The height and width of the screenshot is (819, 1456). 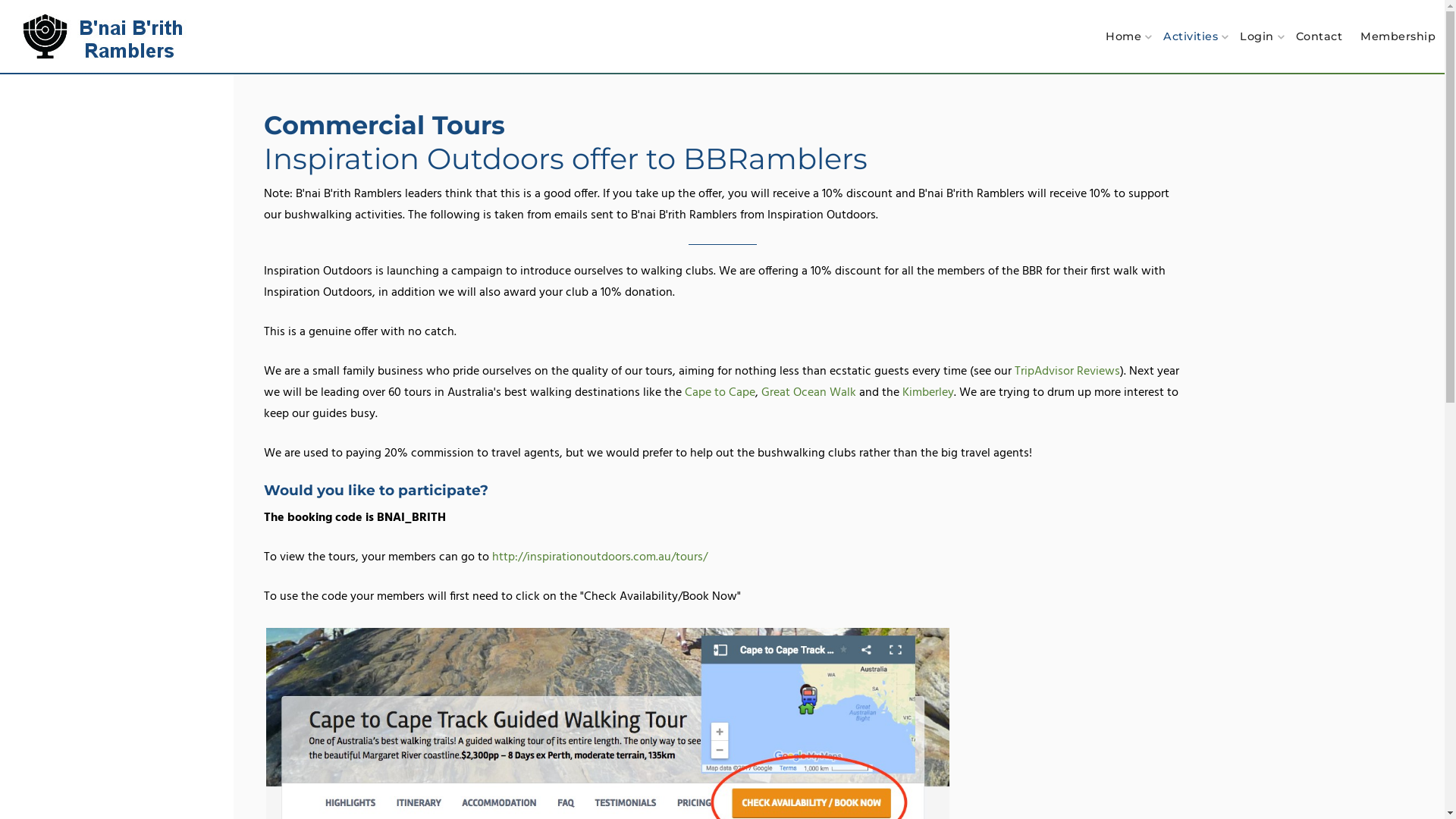 What do you see at coordinates (808, 391) in the screenshot?
I see `'Great Ocean Walk'` at bounding box center [808, 391].